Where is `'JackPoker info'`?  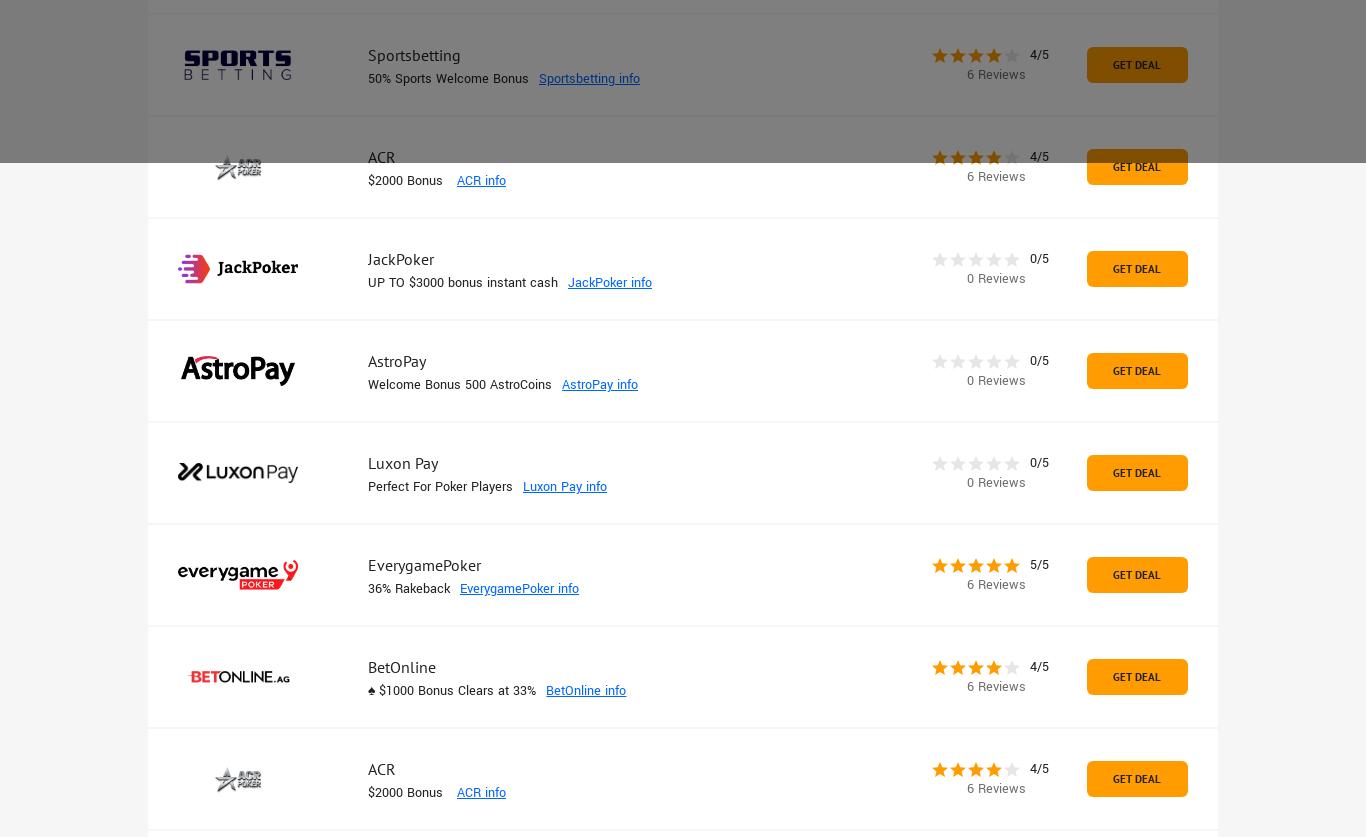
'JackPoker info' is located at coordinates (609, 282).